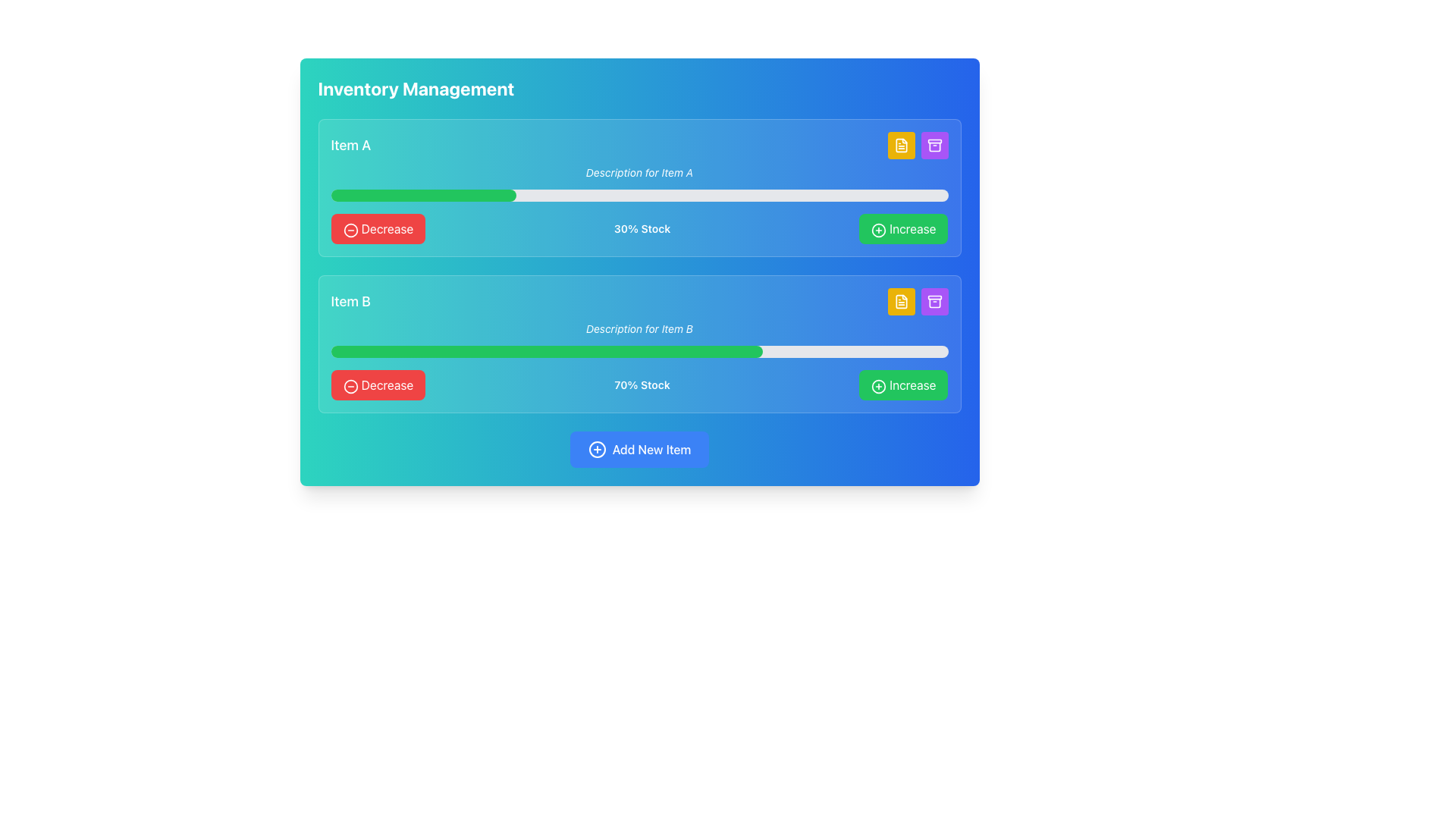 The height and width of the screenshot is (819, 1456). I want to click on the circular icon within the red rectangular 'Decrease' button for 'Item A' to trigger a tooltip or visual response, so click(350, 230).